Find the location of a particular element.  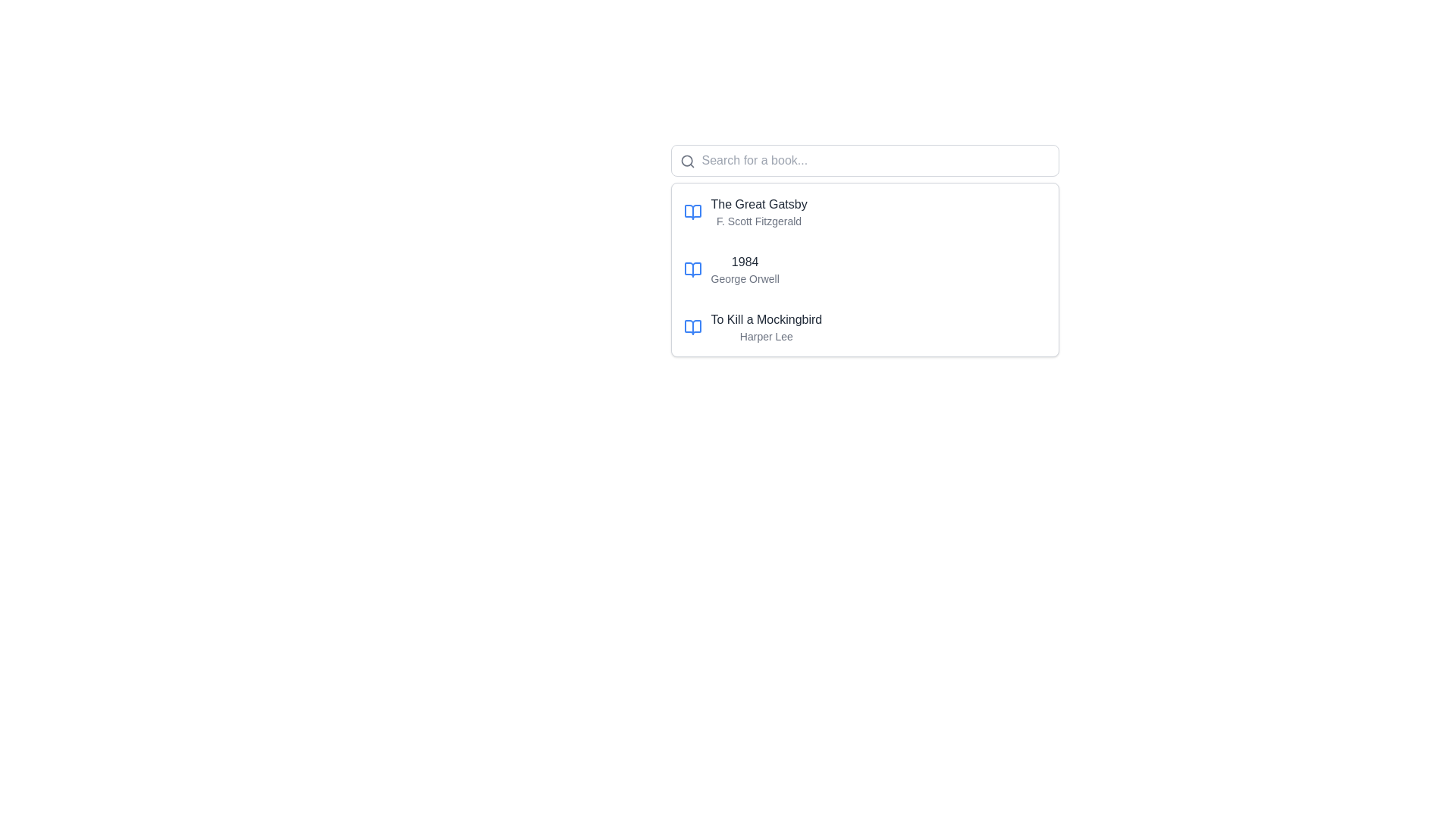

the text label displaying 'F. Scott Fitzgerald', which is located beneath the title 'The Great Gatsby' in the list is located at coordinates (759, 221).